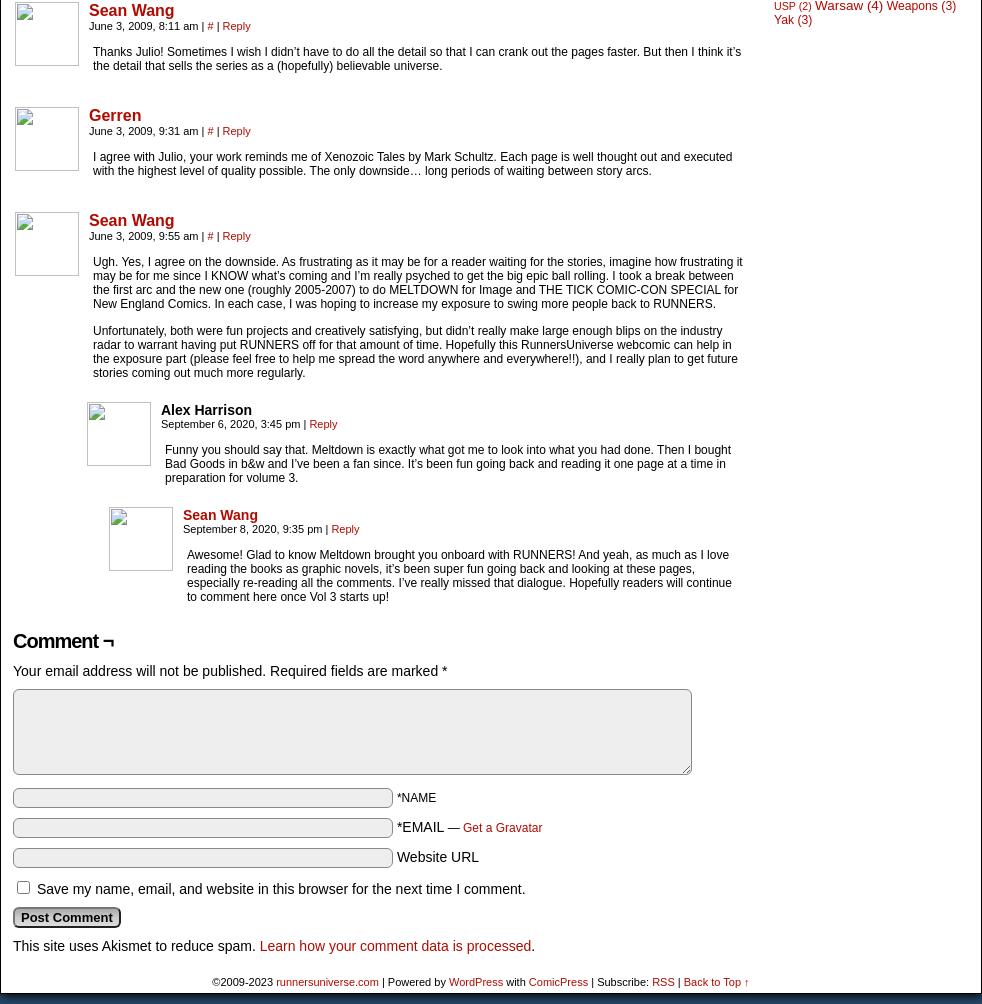  Describe the element at coordinates (163, 462) in the screenshot. I see `'Funny you should say that. Meltdown is exactly what got me to look into what you had done. Then I bought Bad Goods in b&w and I’ve been a fan since. It’s been fun going back and reading it one page at a time in preparation for volume 3.'` at that location.